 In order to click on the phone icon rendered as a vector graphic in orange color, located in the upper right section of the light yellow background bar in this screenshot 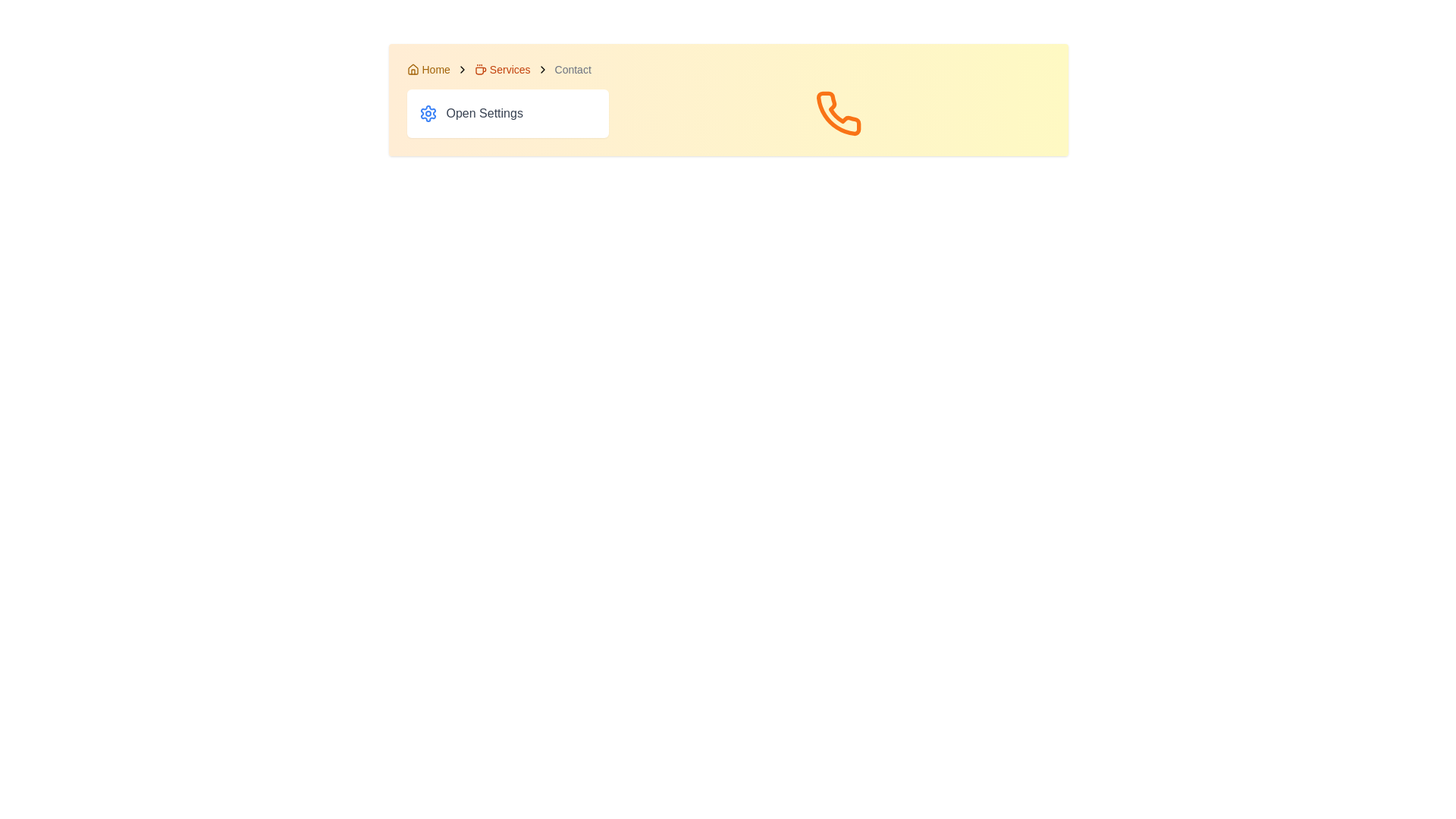, I will do `click(837, 113)`.